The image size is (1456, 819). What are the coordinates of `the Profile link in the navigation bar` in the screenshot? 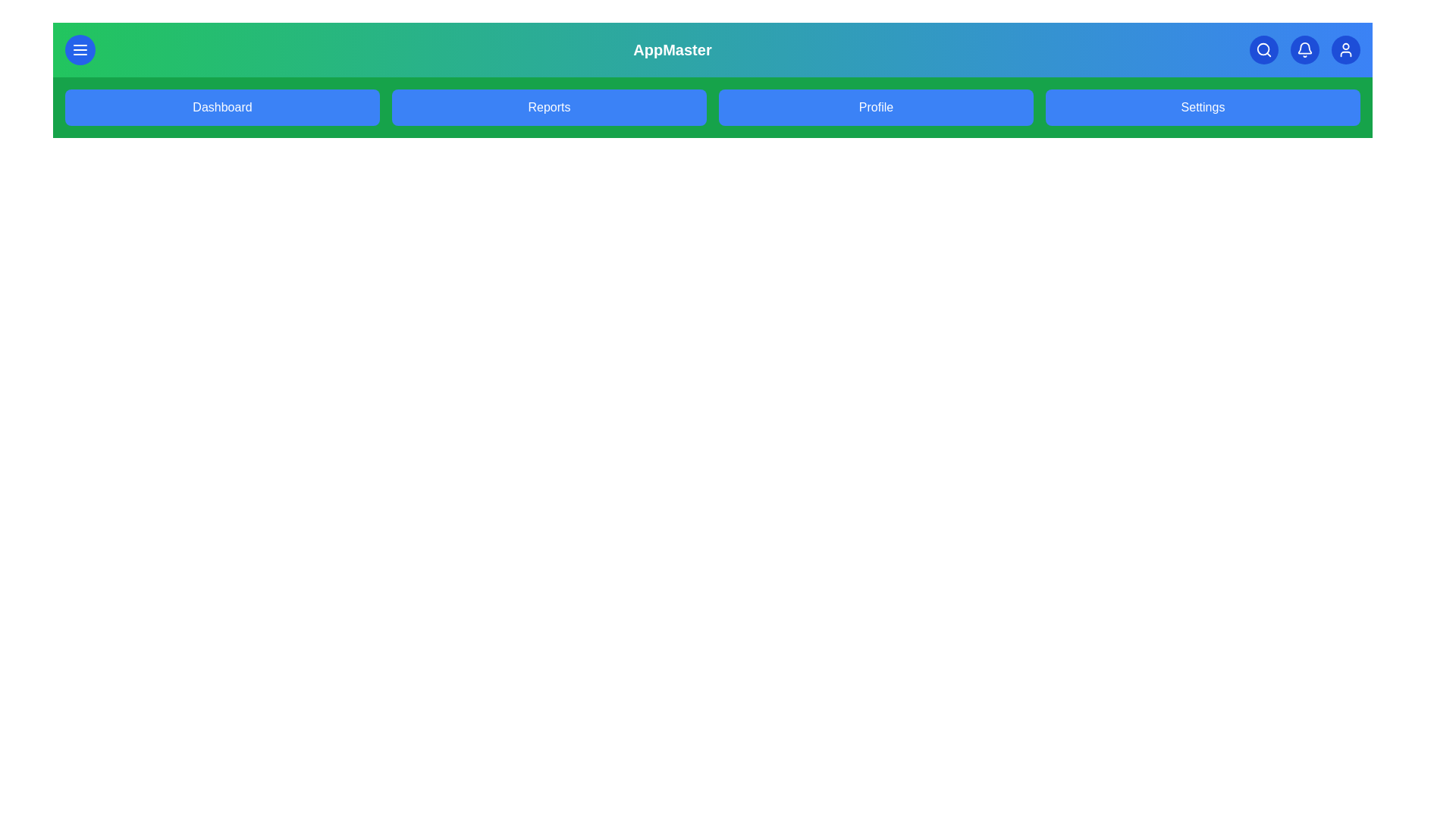 It's located at (876, 107).